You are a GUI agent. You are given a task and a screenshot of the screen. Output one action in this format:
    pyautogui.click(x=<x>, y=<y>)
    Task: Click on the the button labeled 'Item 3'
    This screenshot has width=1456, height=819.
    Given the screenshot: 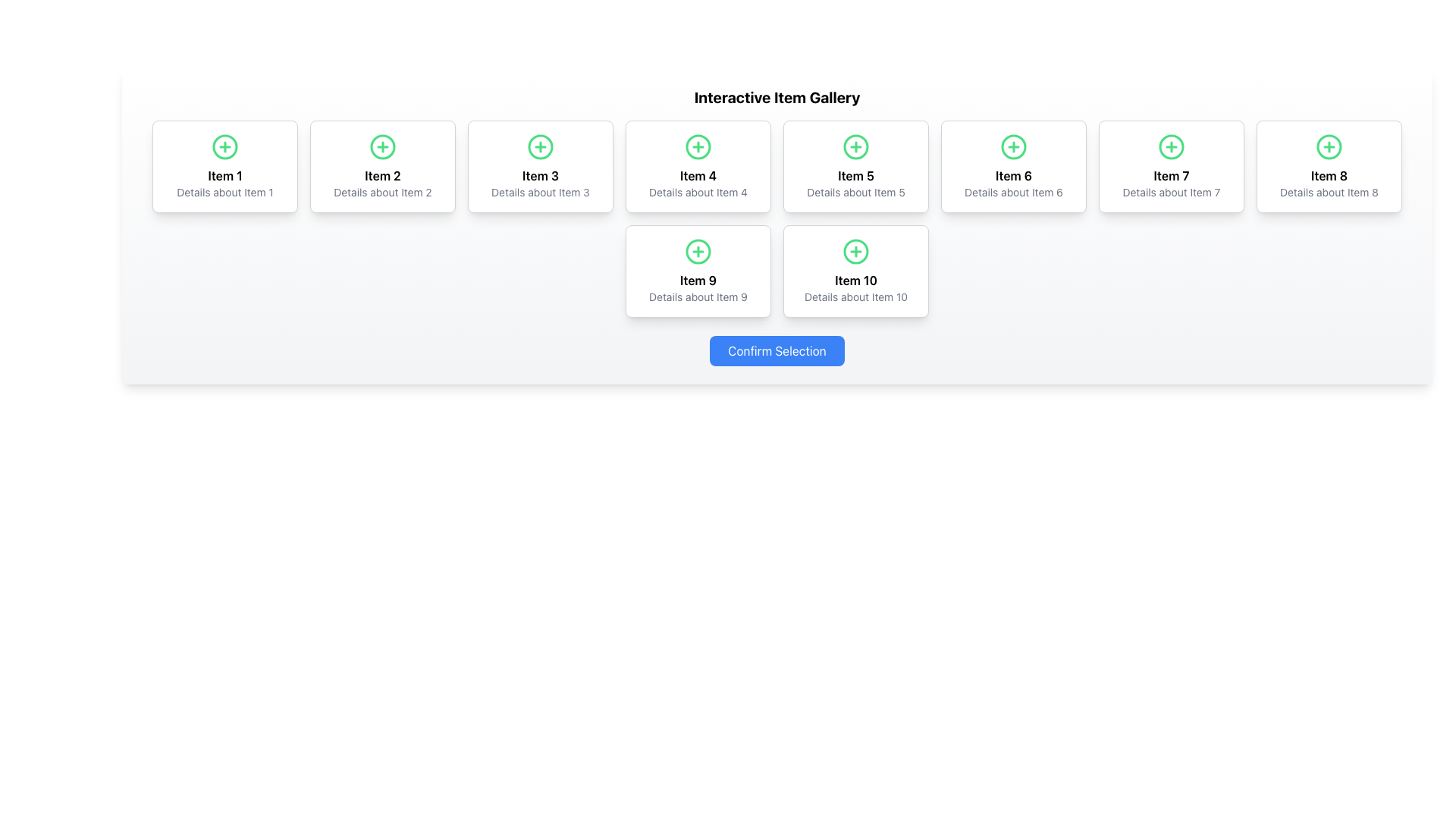 What is the action you would take?
    pyautogui.click(x=541, y=146)
    